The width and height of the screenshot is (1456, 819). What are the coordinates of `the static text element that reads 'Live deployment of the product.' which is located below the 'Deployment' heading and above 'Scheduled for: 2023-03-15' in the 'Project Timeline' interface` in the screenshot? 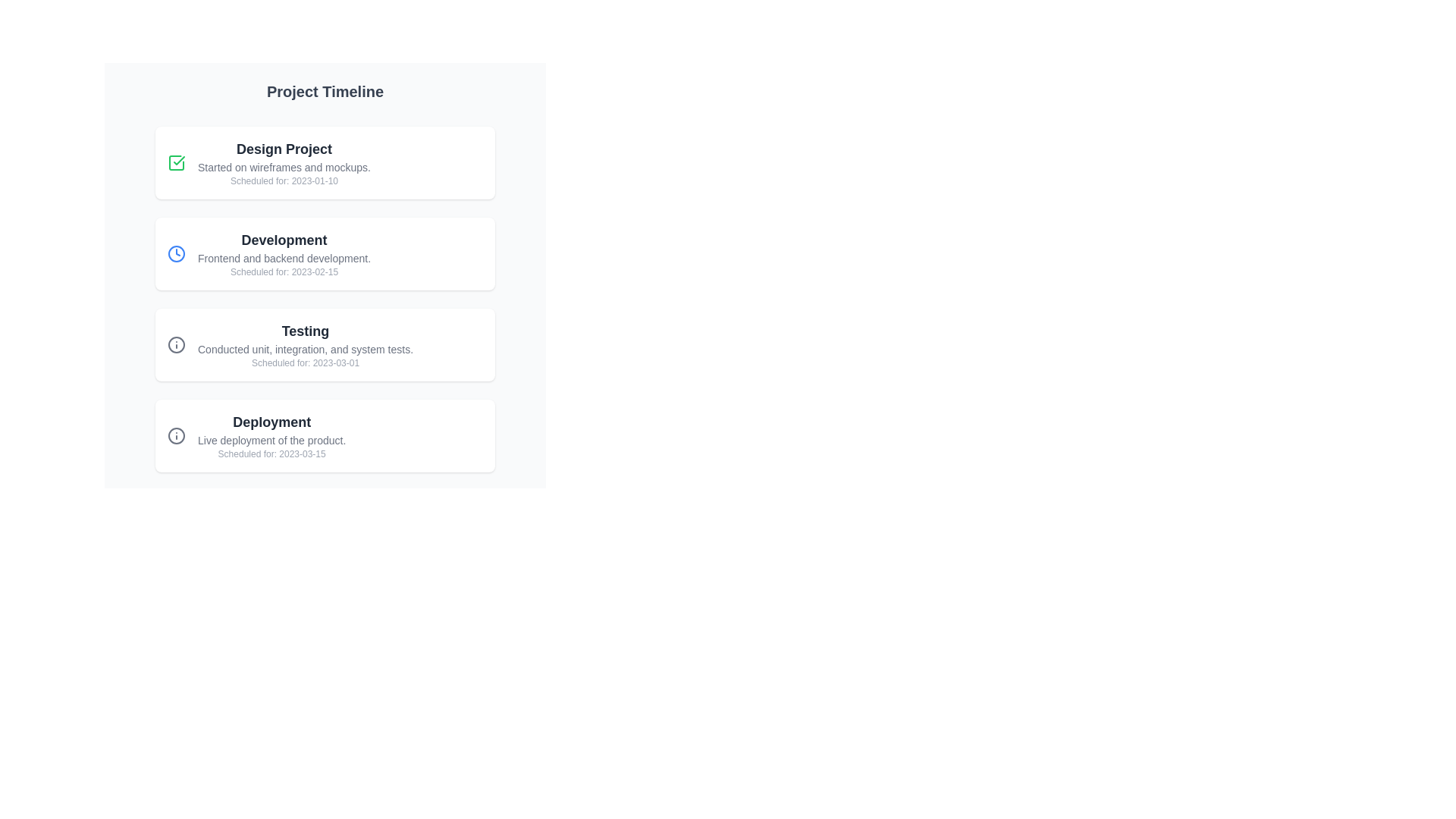 It's located at (271, 441).